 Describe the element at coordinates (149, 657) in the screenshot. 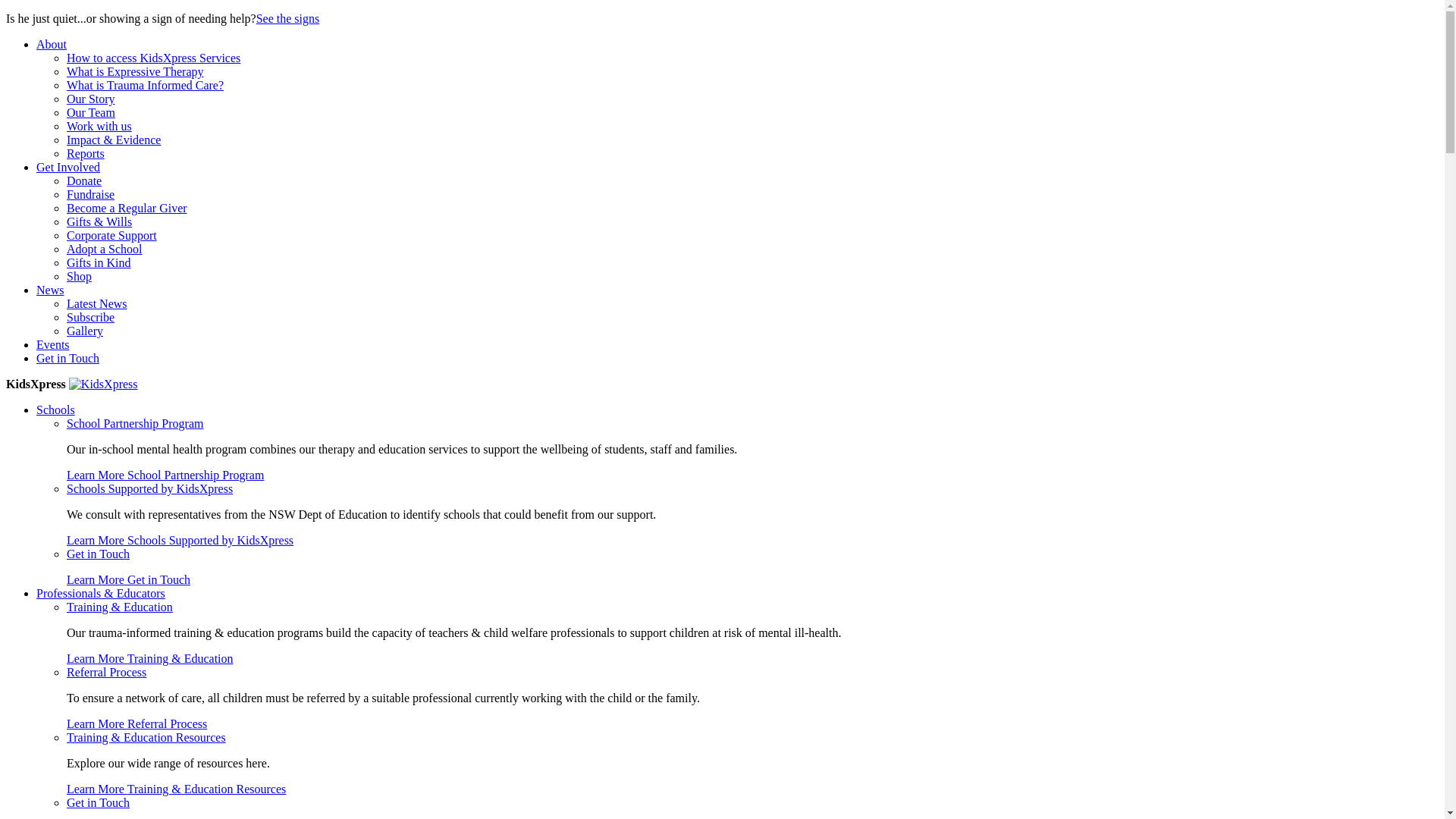

I see `'Learn More Training & Education'` at that location.